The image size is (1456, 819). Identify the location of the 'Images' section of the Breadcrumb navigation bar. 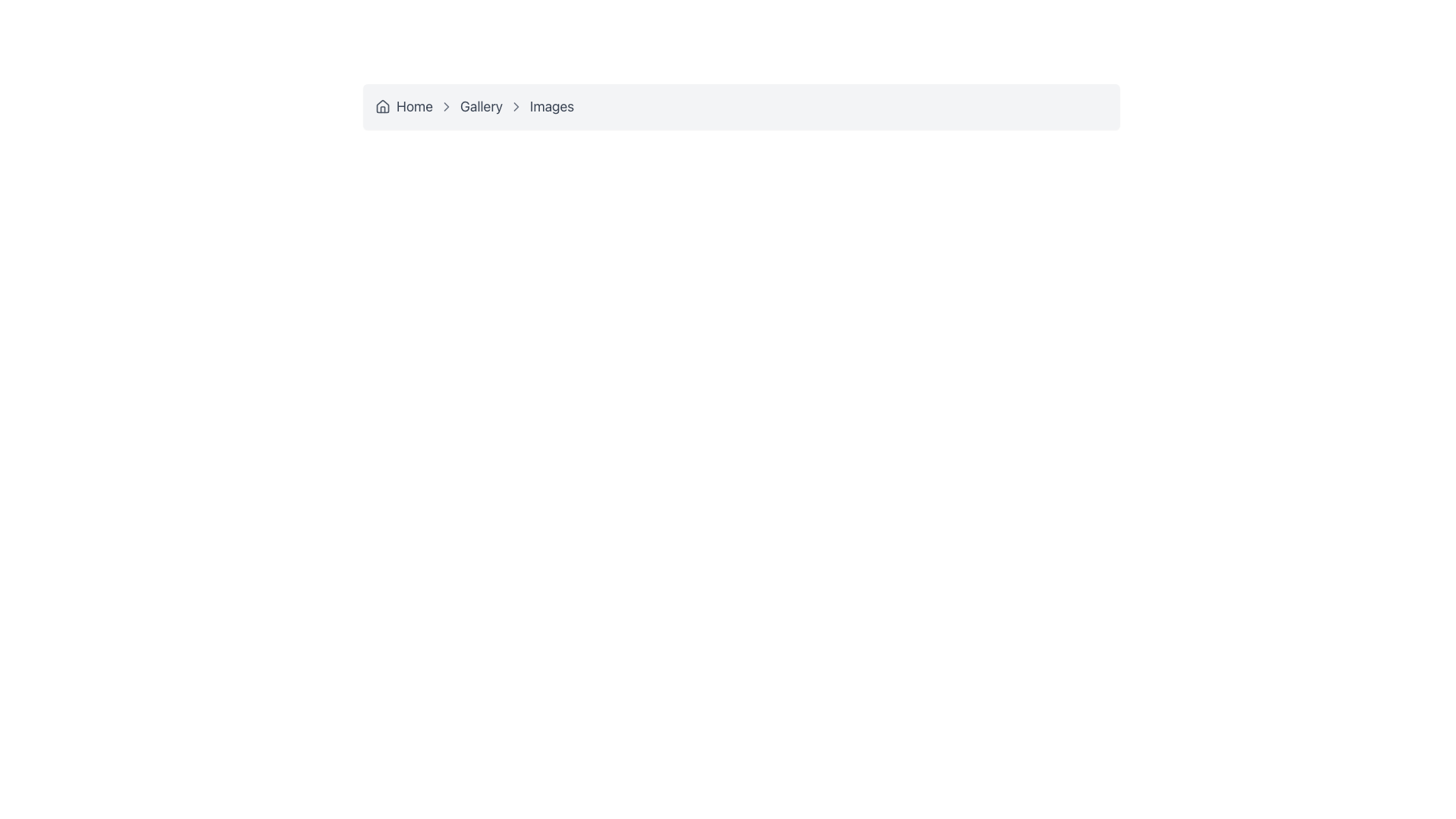
(742, 106).